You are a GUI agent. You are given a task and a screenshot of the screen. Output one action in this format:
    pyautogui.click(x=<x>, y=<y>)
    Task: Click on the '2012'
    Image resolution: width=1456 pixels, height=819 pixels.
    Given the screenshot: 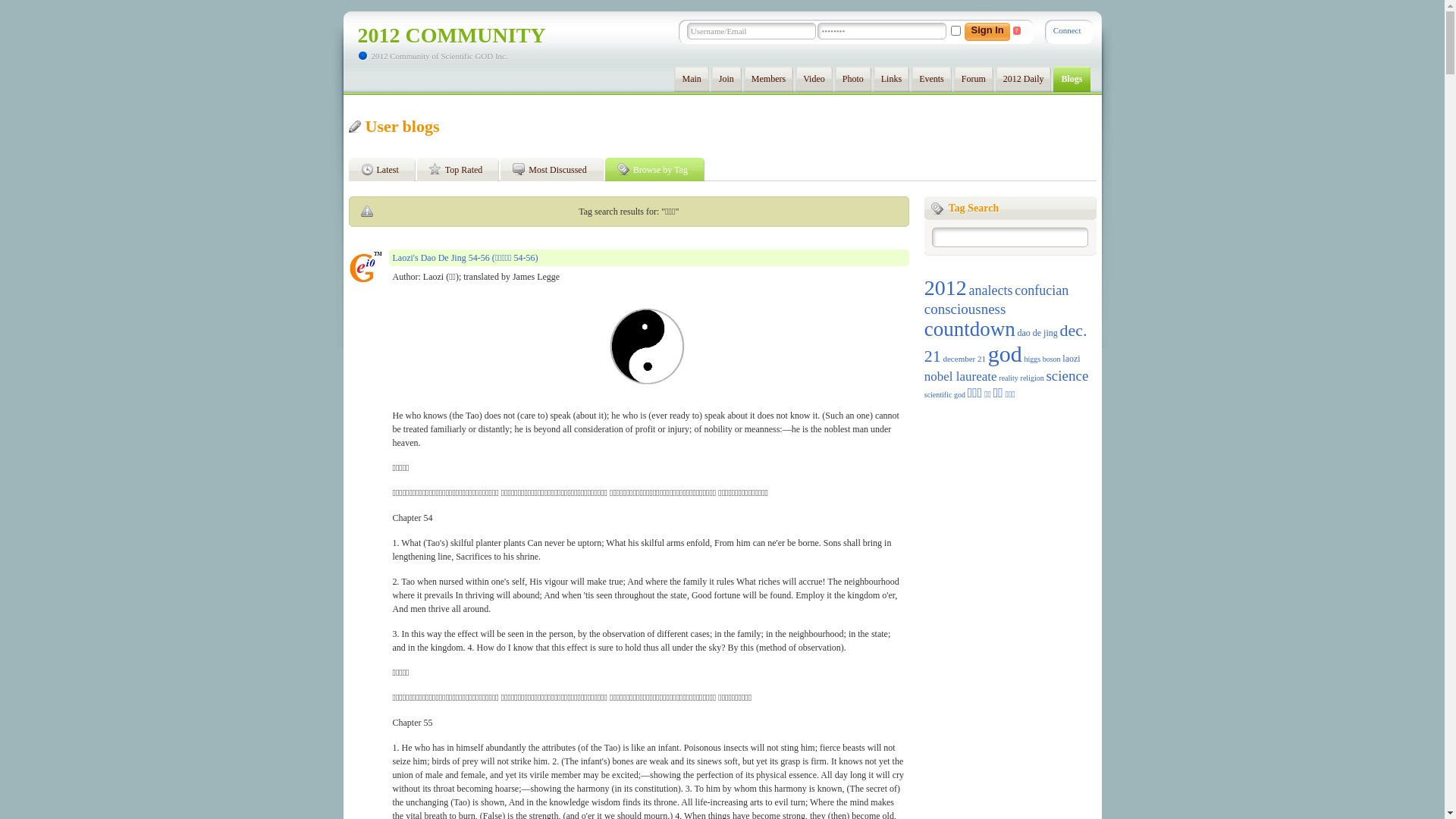 What is the action you would take?
    pyautogui.click(x=945, y=287)
    